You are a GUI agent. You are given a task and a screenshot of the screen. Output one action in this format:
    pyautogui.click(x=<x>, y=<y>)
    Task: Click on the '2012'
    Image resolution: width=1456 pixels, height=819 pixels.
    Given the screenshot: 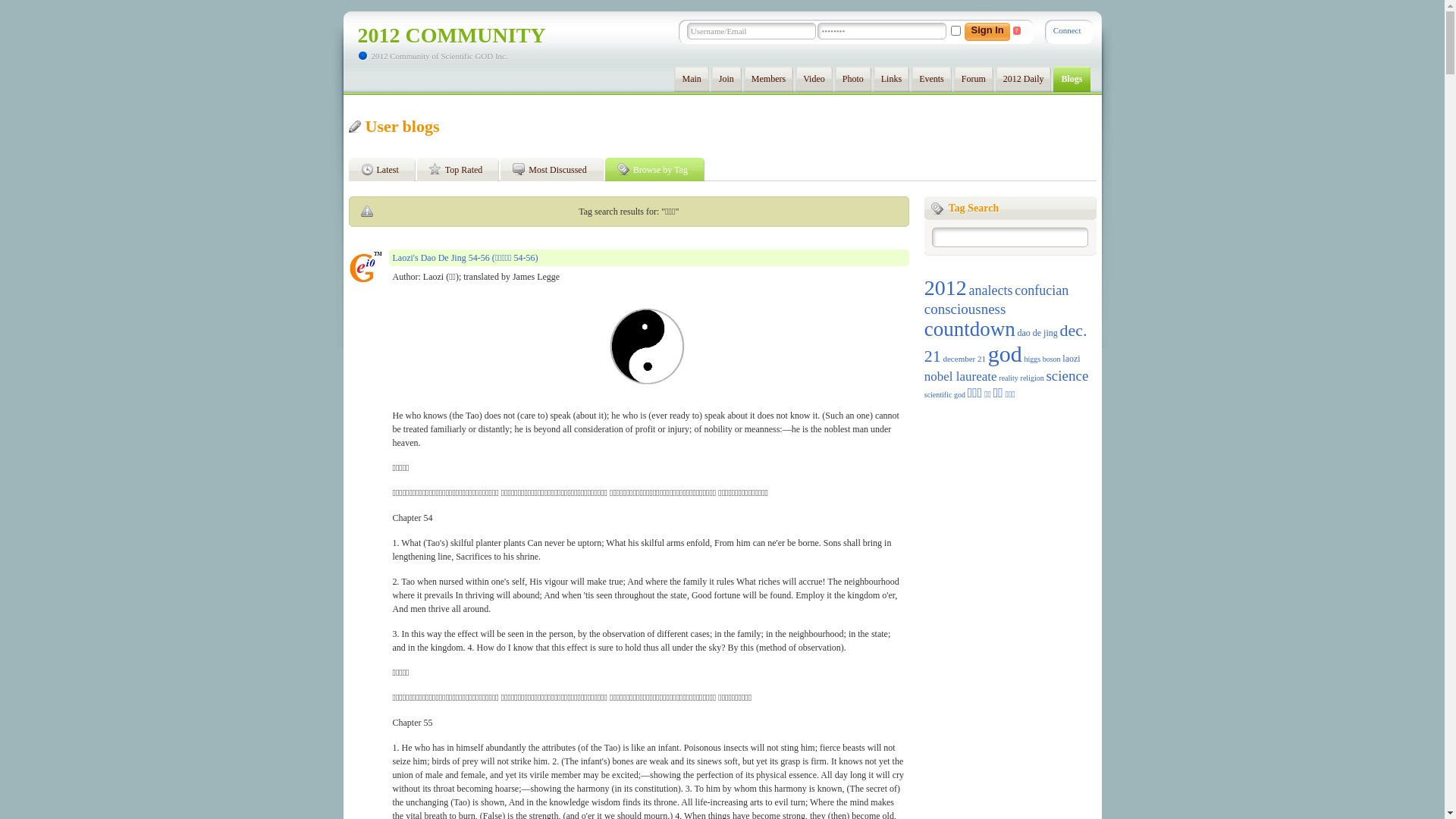 What is the action you would take?
    pyautogui.click(x=945, y=287)
    